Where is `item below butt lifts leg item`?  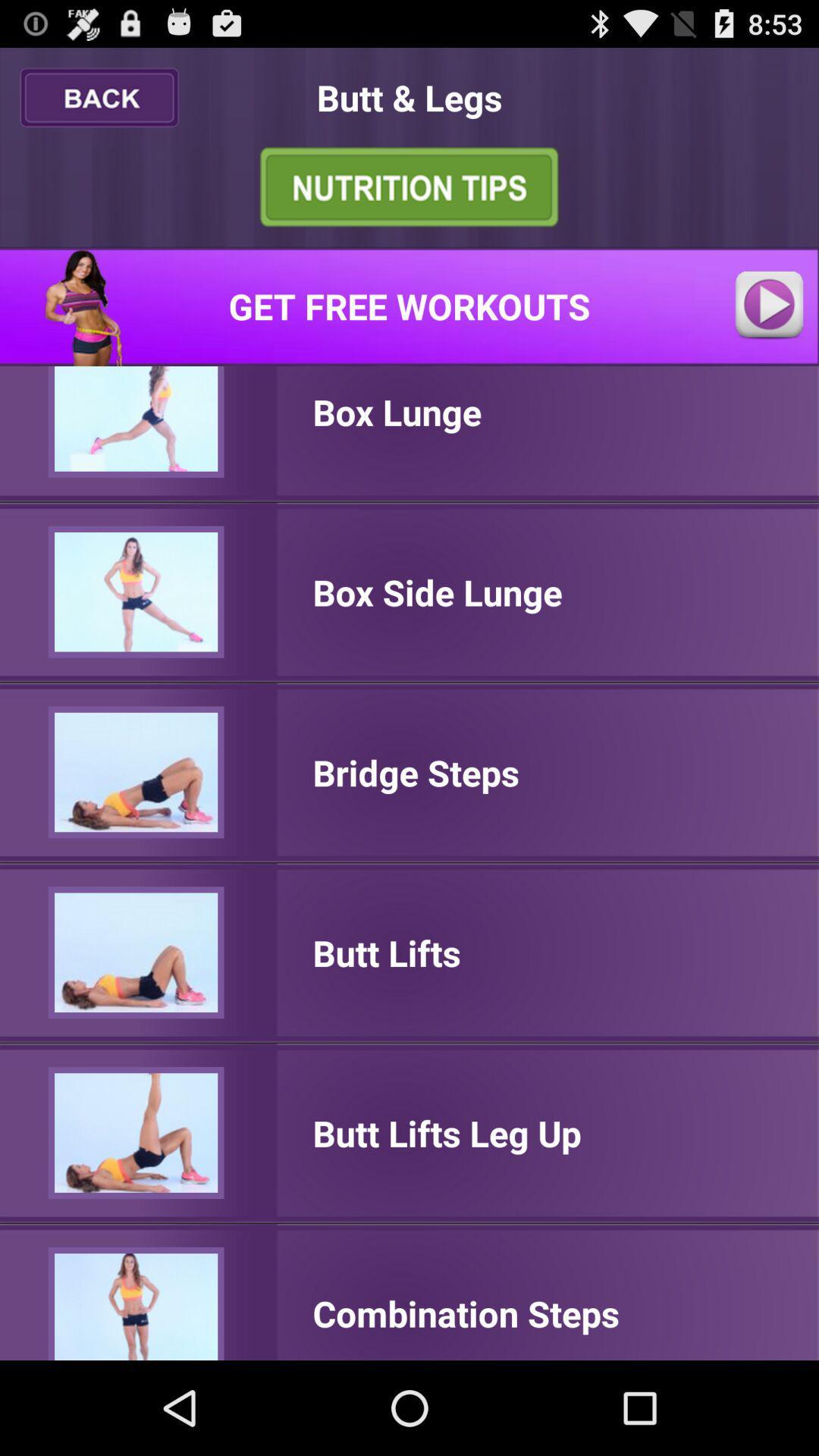 item below butt lifts leg item is located at coordinates (465, 1313).